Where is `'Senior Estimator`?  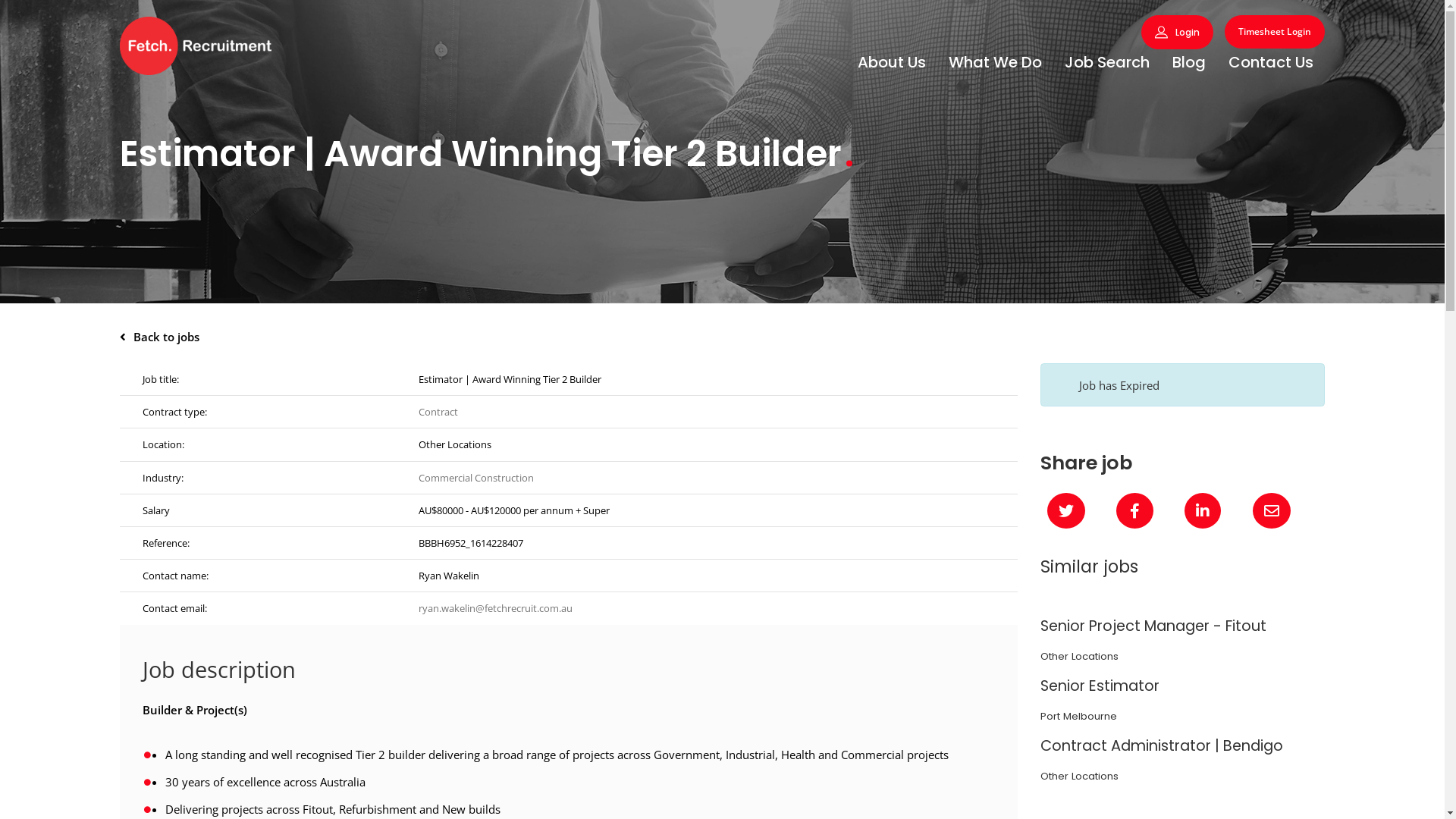
'Senior Estimator is located at coordinates (1181, 700).